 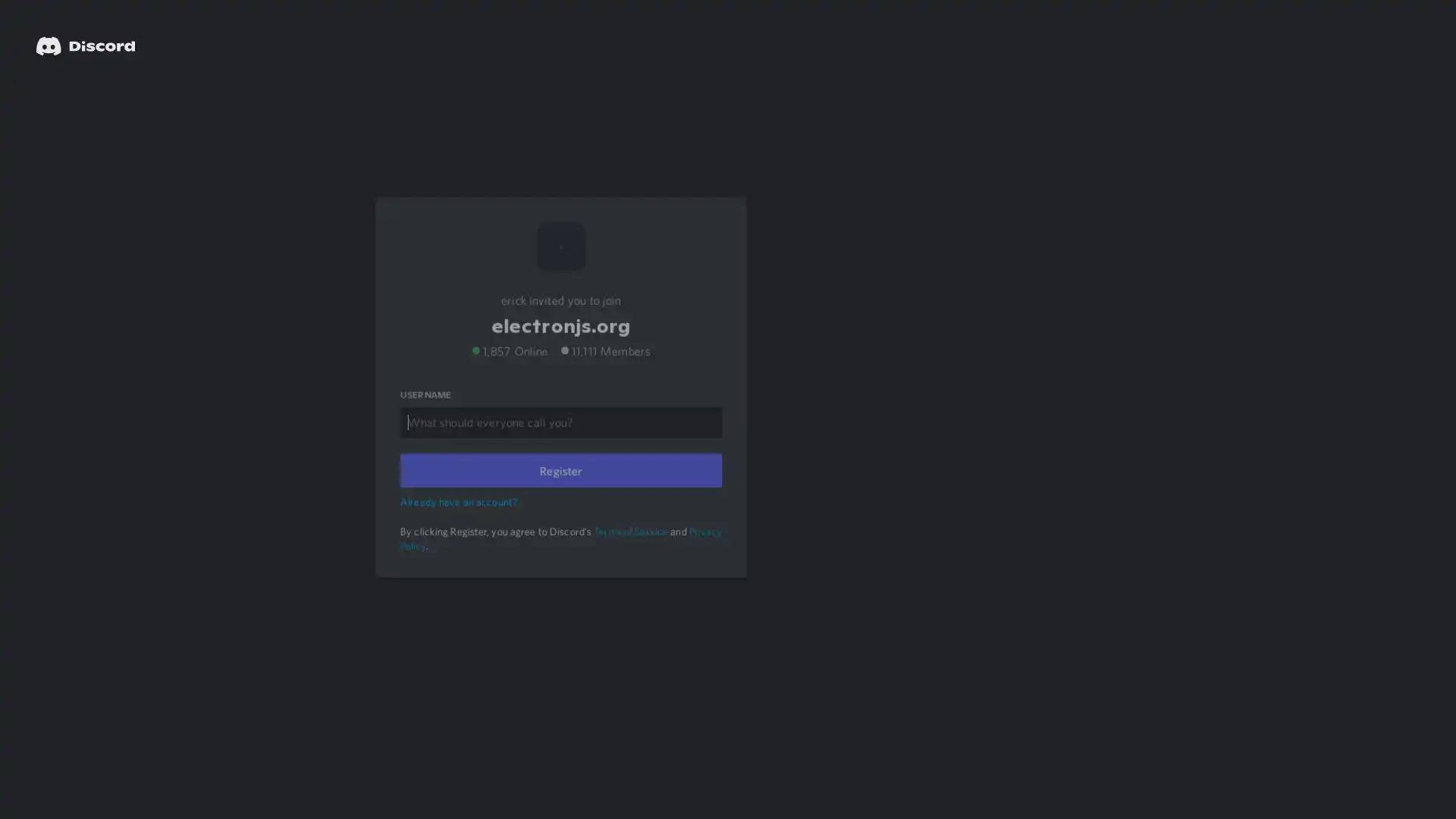 I want to click on Already have an account?, so click(x=460, y=519).